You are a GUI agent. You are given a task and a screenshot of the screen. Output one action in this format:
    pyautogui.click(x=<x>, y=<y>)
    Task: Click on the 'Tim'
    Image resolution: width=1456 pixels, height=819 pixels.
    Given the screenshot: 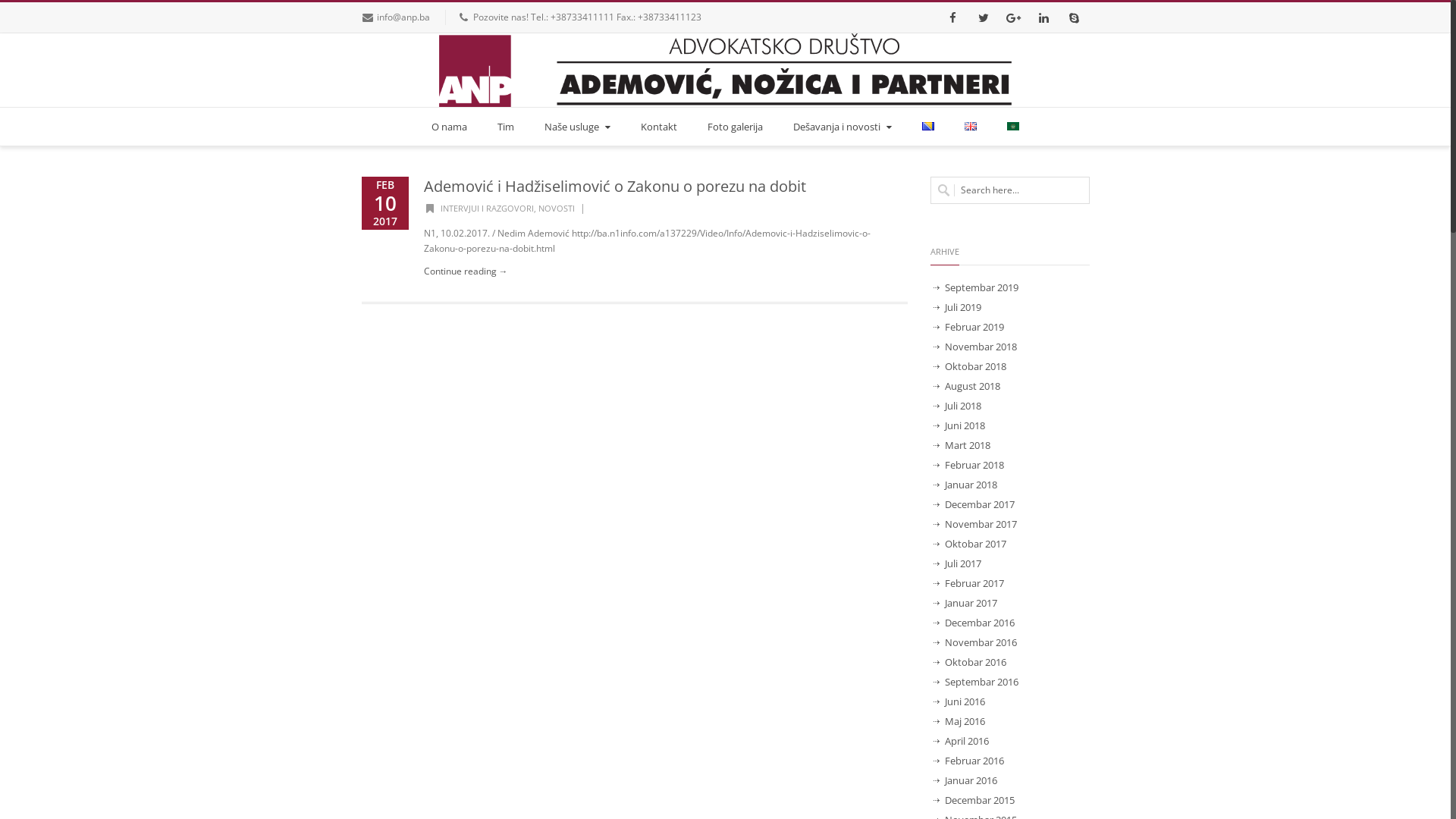 What is the action you would take?
    pyautogui.click(x=506, y=125)
    